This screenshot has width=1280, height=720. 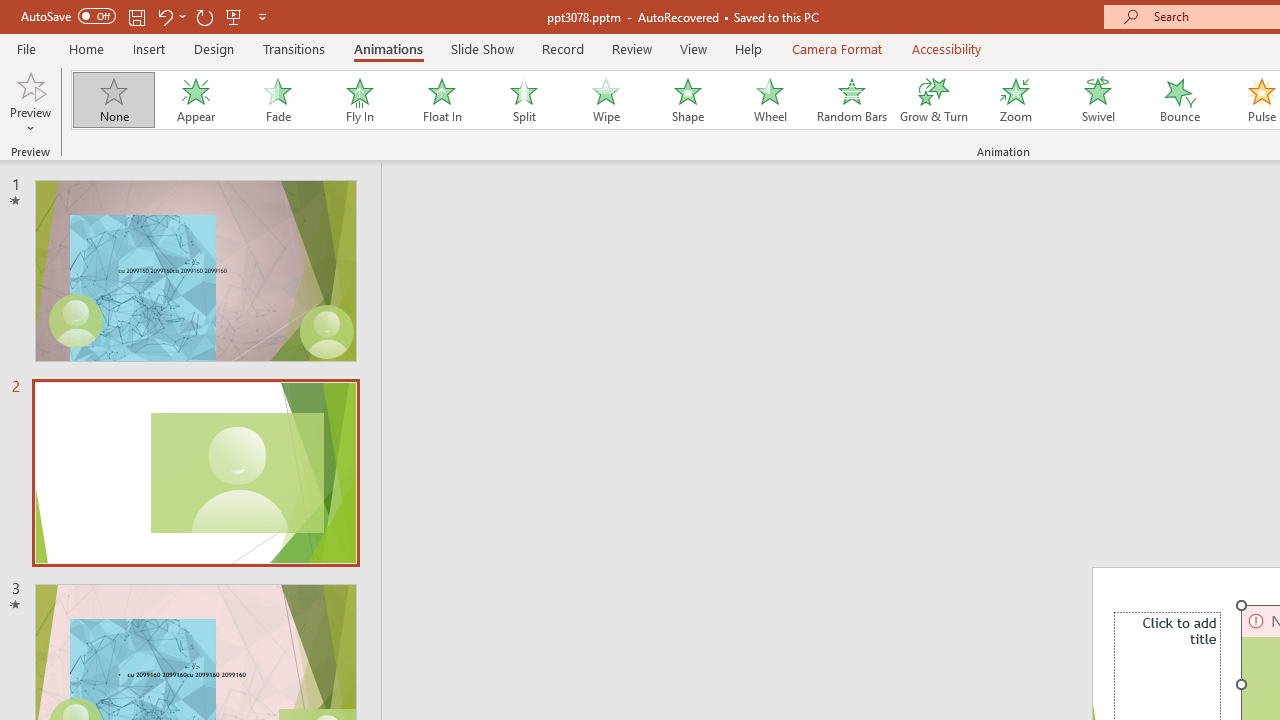 What do you see at coordinates (852, 100) in the screenshot?
I see `'Random Bars'` at bounding box center [852, 100].